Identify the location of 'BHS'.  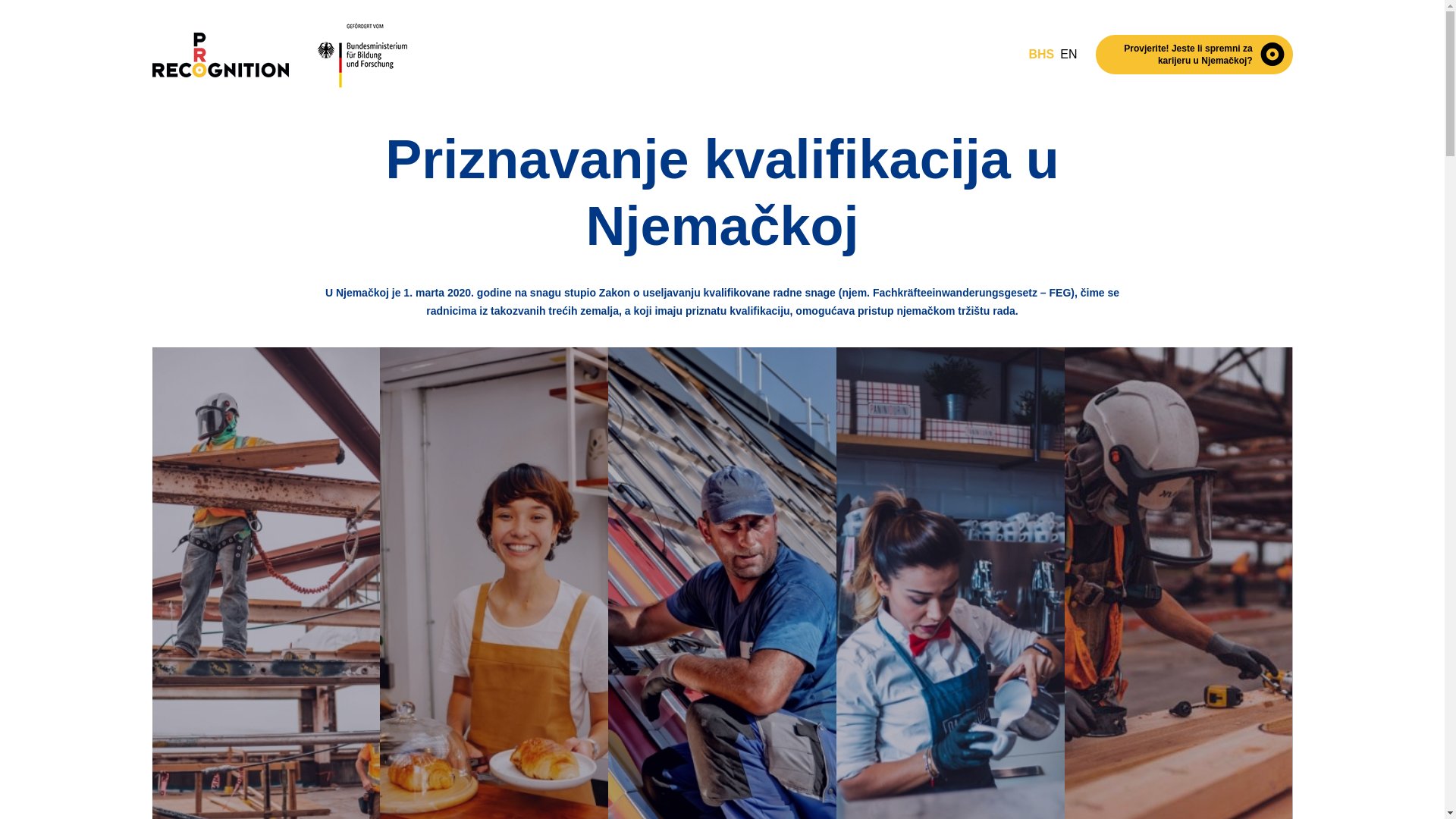
(1028, 54).